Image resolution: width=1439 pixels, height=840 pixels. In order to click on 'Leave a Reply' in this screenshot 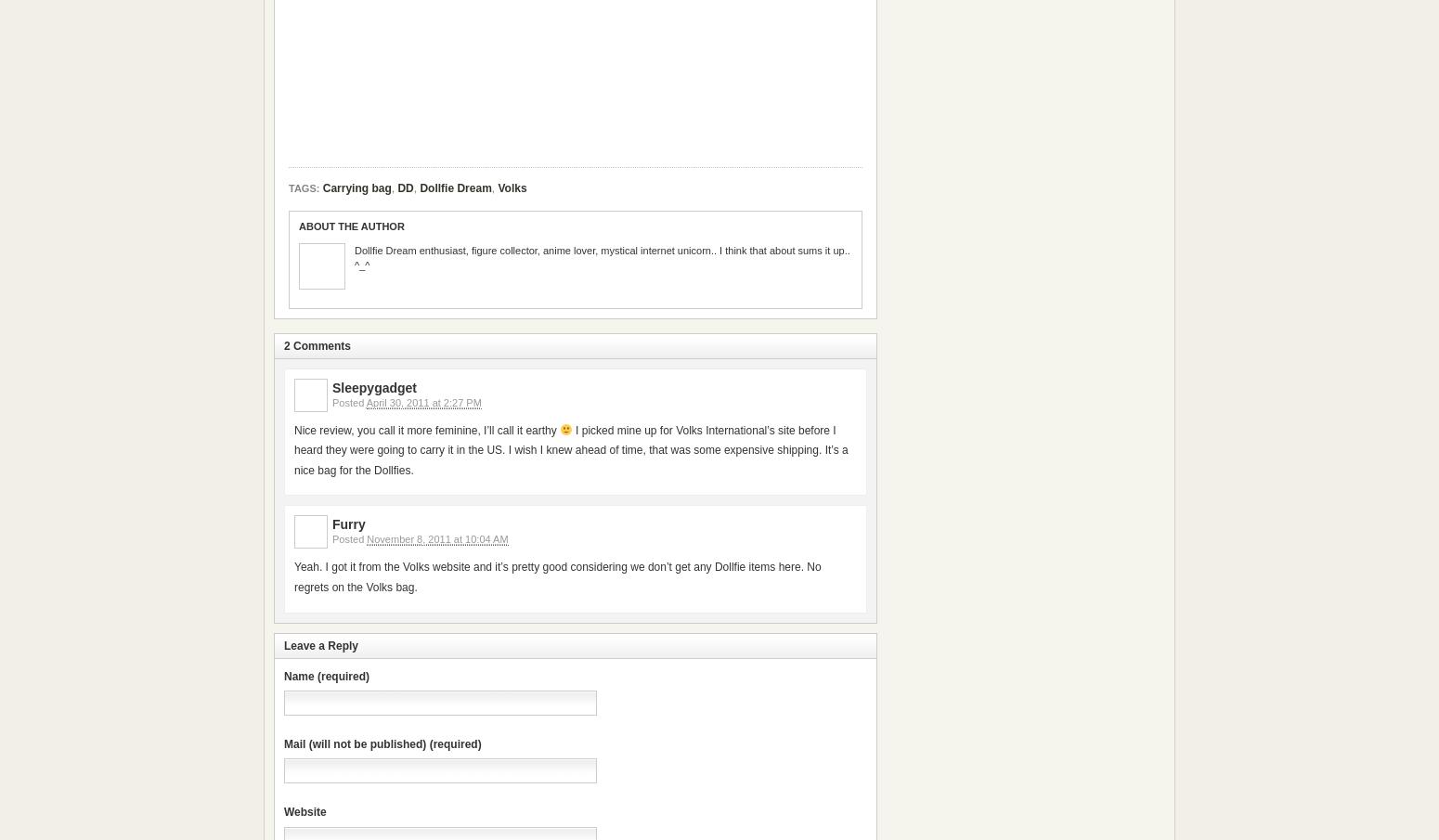, I will do `click(319, 645)`.